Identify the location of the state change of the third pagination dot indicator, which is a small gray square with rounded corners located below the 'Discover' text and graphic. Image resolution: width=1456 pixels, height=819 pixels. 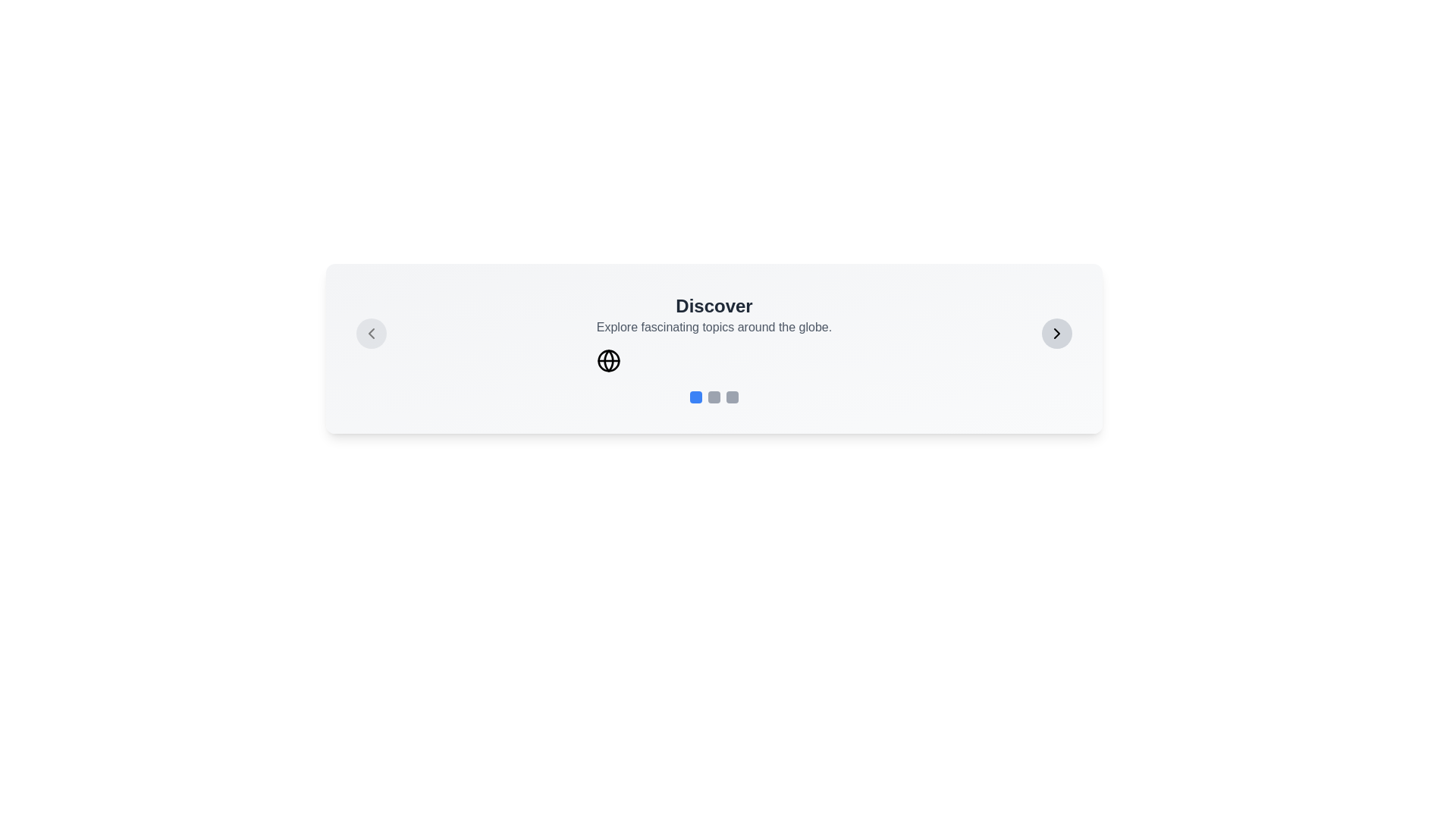
(732, 397).